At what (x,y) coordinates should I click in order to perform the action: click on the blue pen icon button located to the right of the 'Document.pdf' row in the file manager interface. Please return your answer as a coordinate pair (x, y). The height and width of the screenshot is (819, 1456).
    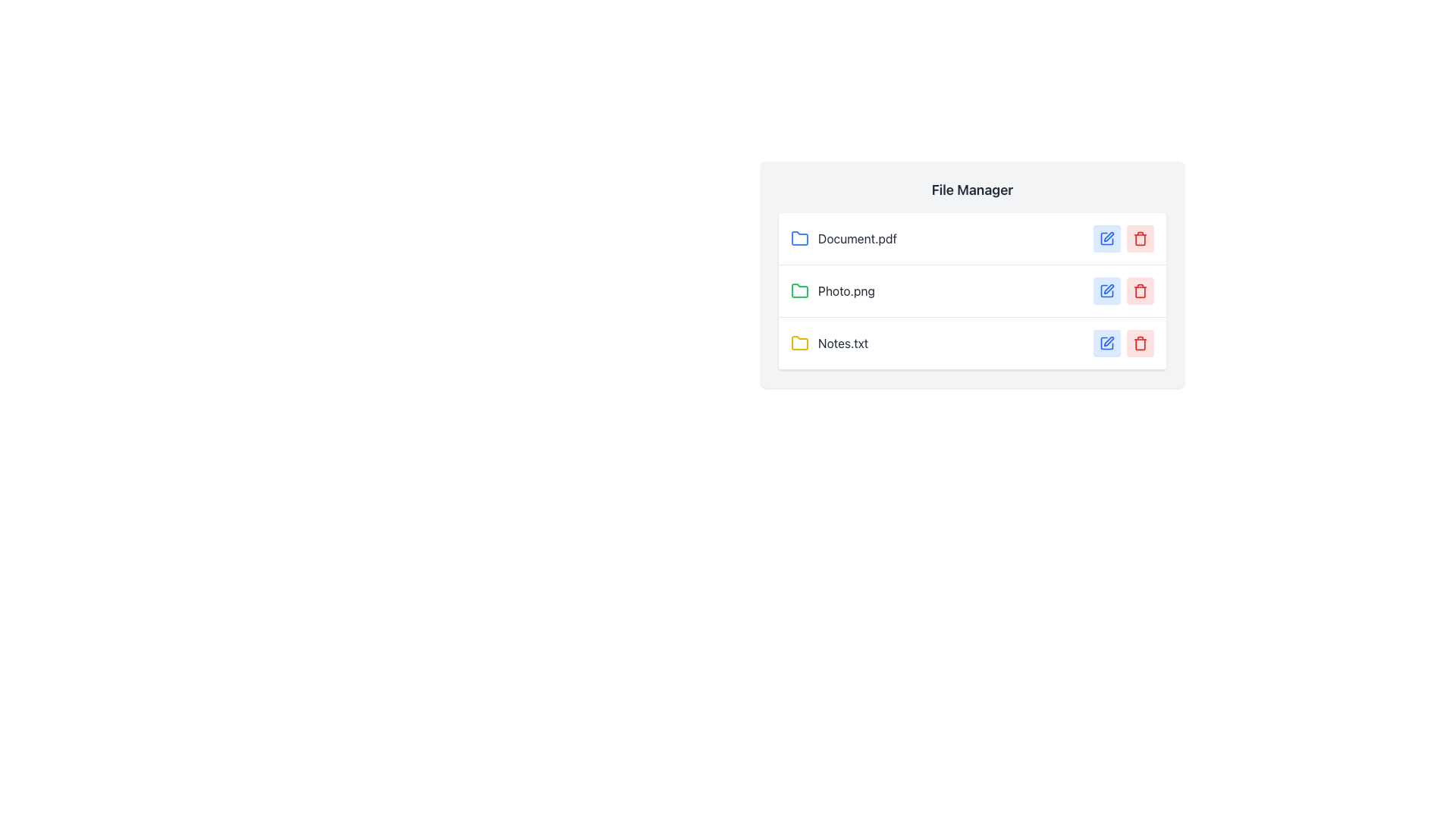
    Looking at the image, I should click on (1106, 239).